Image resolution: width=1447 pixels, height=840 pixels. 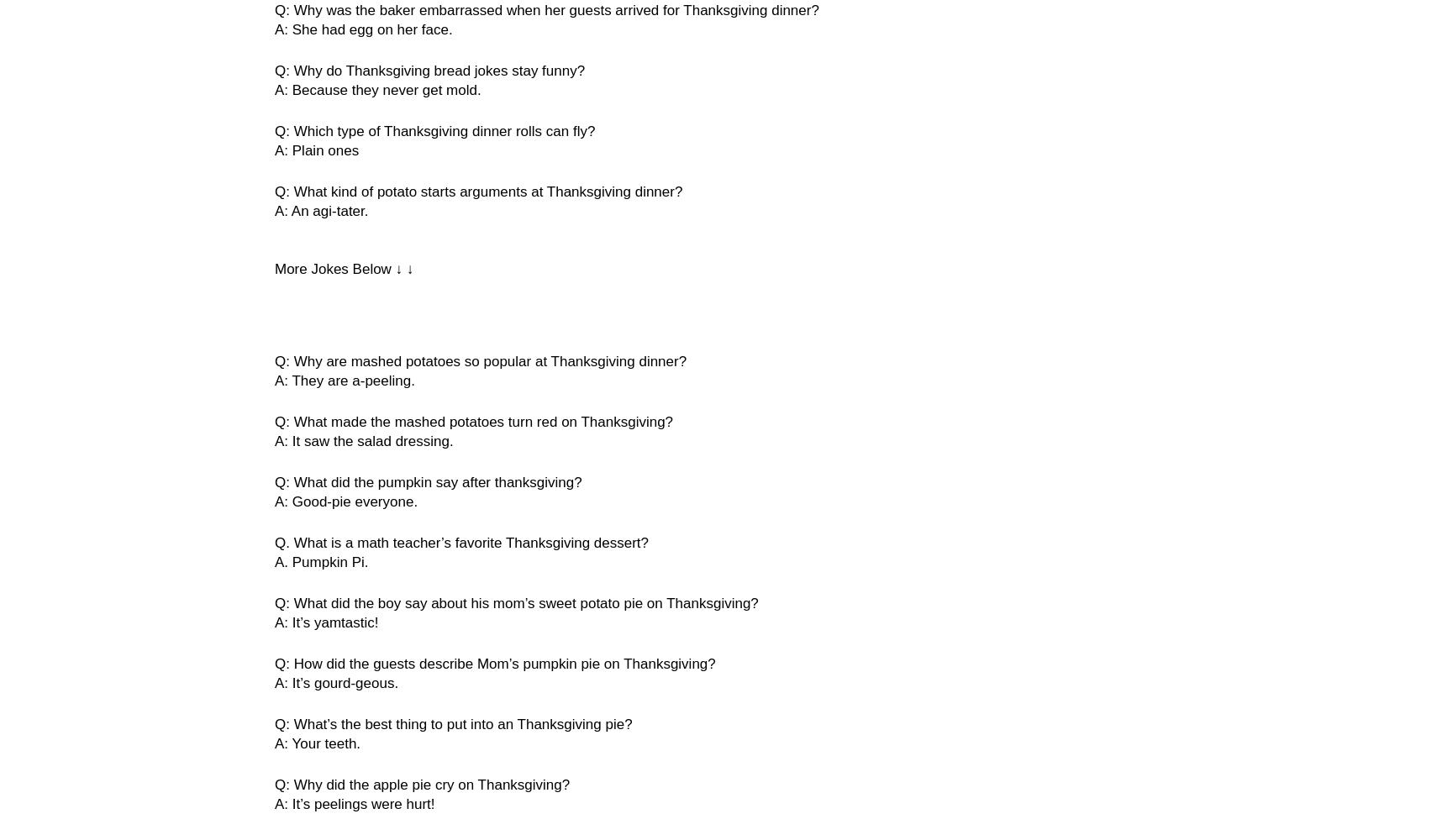 I want to click on 'A: Good-pie everyone.', so click(x=274, y=501).